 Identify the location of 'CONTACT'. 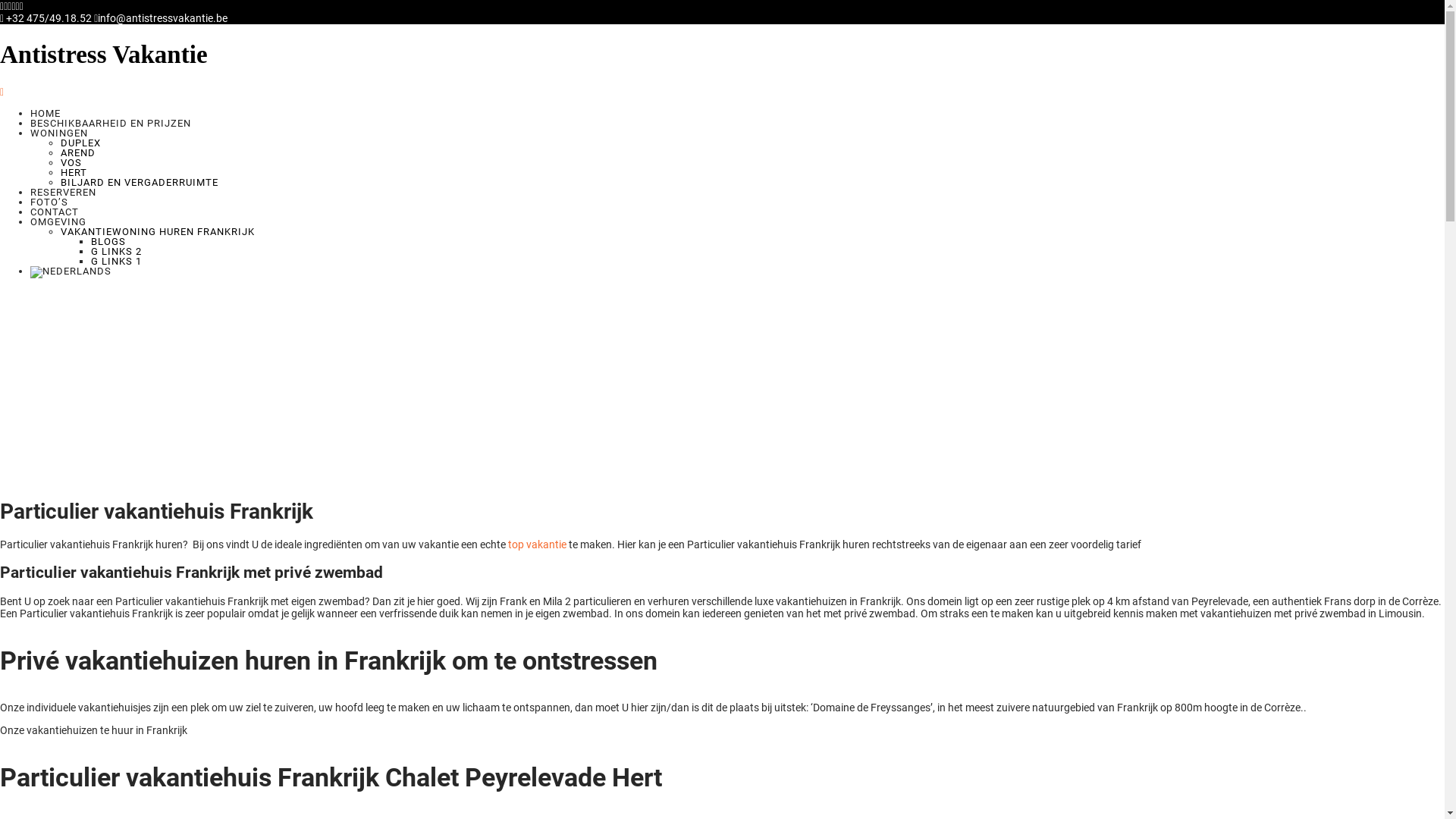
(55, 212).